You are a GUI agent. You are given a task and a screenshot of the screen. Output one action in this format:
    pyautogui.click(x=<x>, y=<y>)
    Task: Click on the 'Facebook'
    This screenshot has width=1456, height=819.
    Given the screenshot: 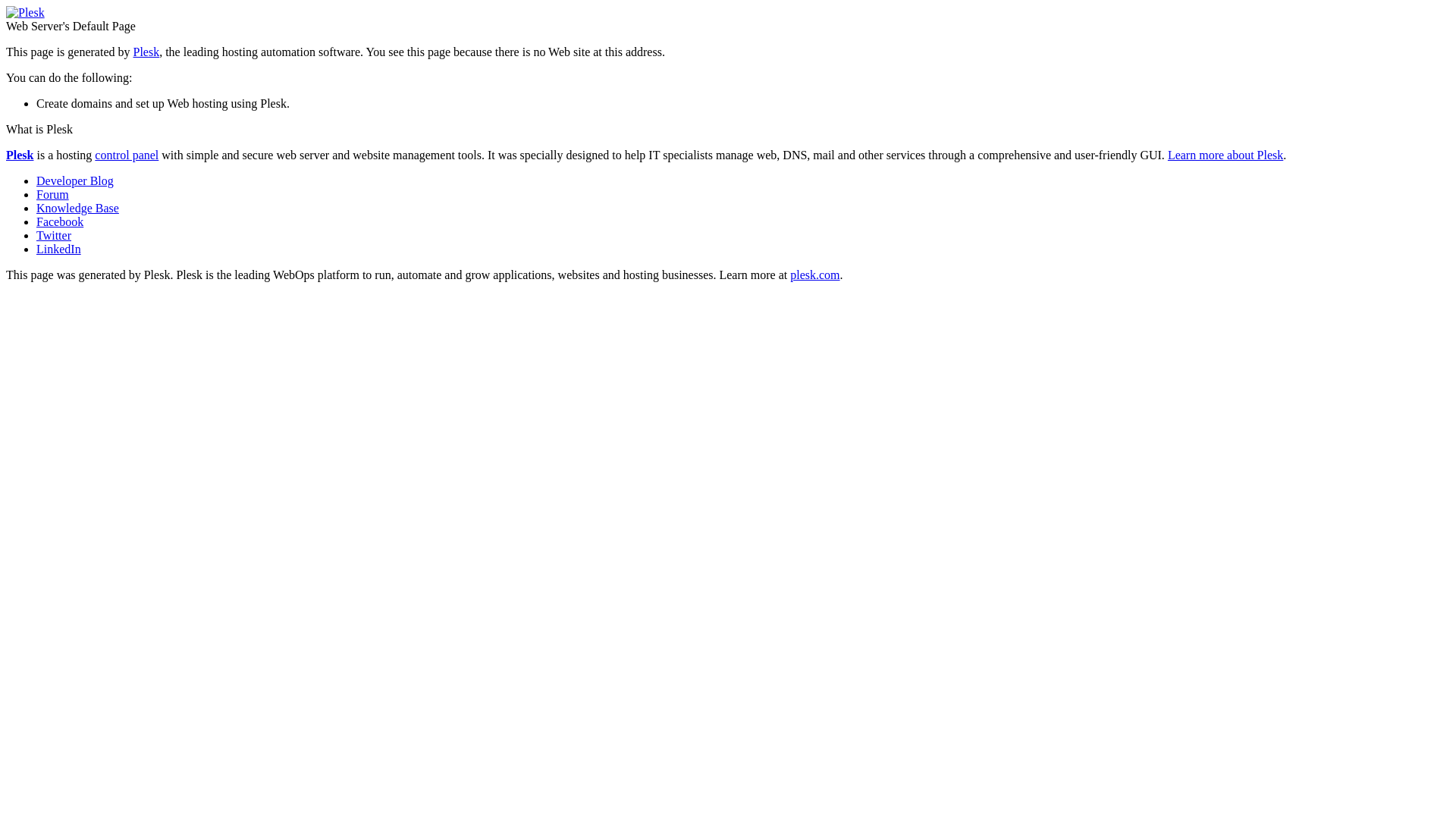 What is the action you would take?
    pyautogui.click(x=59, y=221)
    